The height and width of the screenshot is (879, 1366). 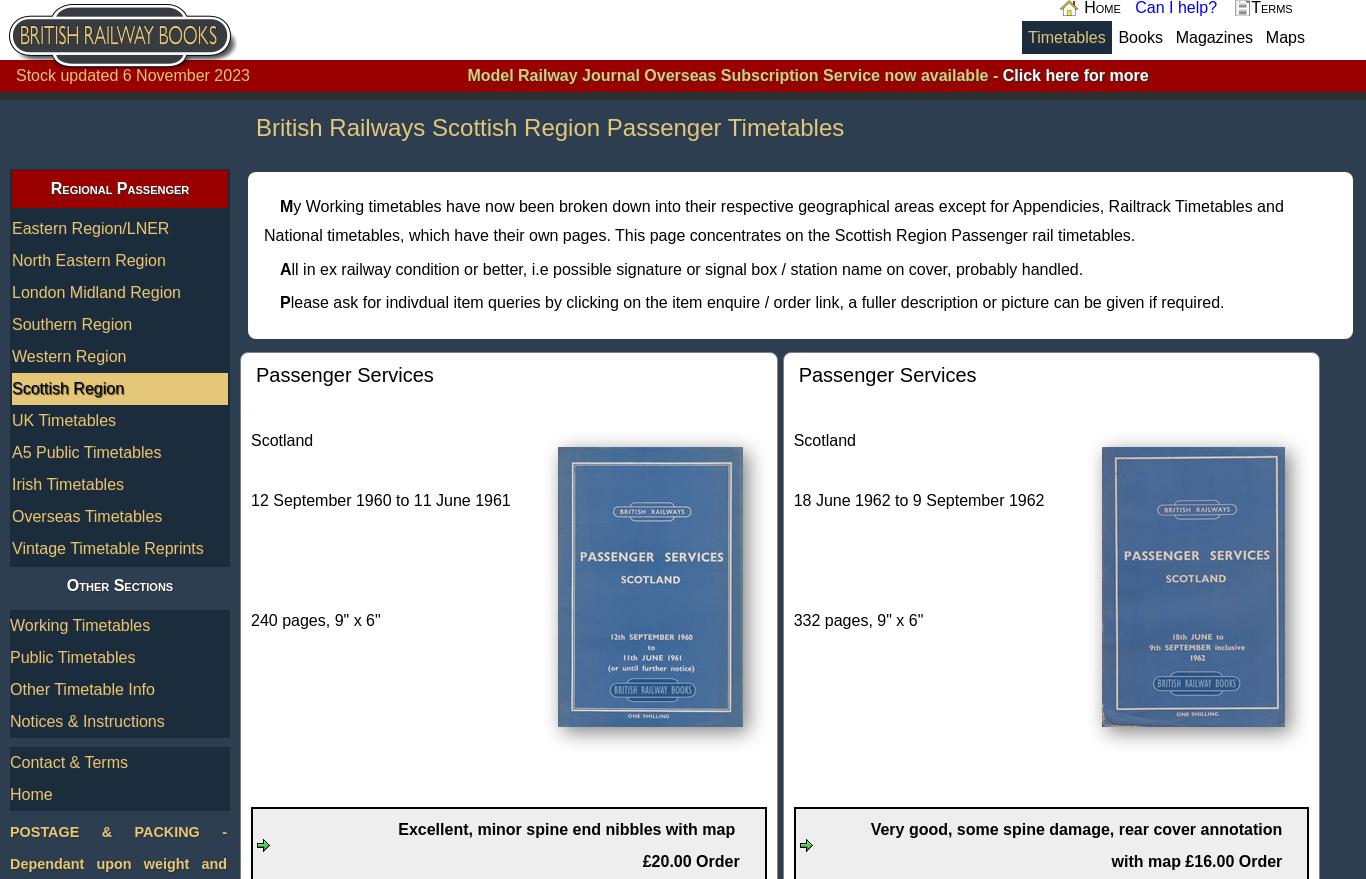 I want to click on 'Working Timetables', so click(x=80, y=625).